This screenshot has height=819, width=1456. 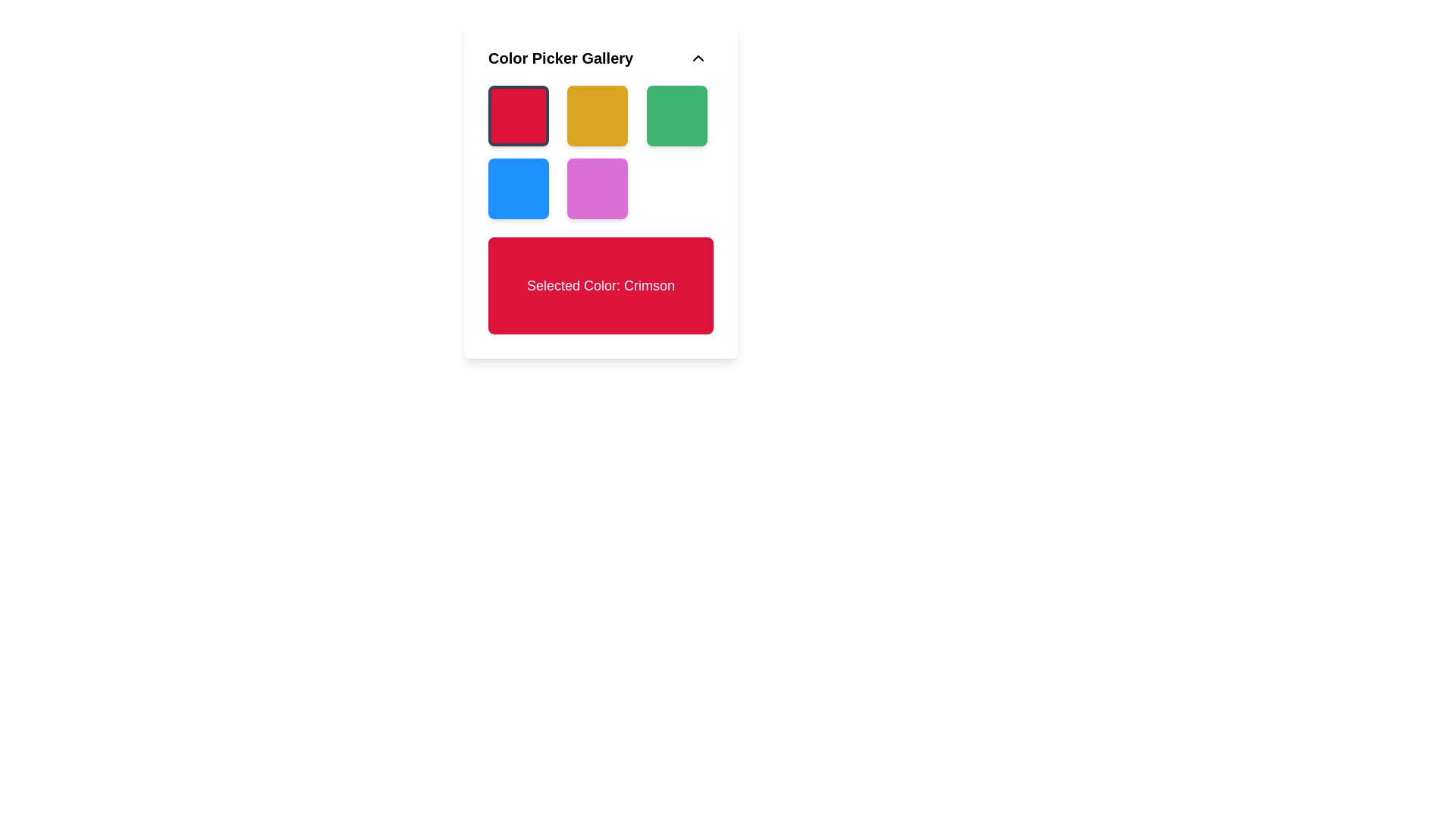 What do you see at coordinates (597, 115) in the screenshot?
I see `the color selection button located in the middle of the top row of a grid of six buttons` at bounding box center [597, 115].